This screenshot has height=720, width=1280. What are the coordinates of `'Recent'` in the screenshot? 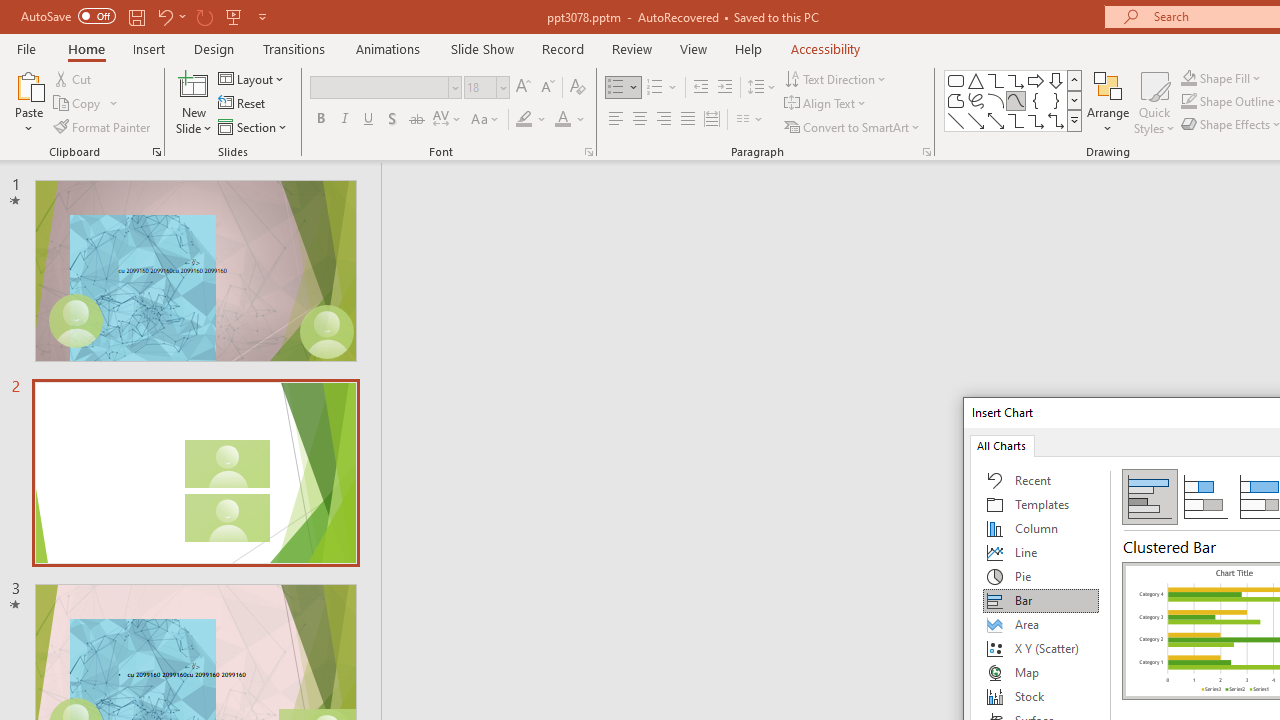 It's located at (1040, 480).